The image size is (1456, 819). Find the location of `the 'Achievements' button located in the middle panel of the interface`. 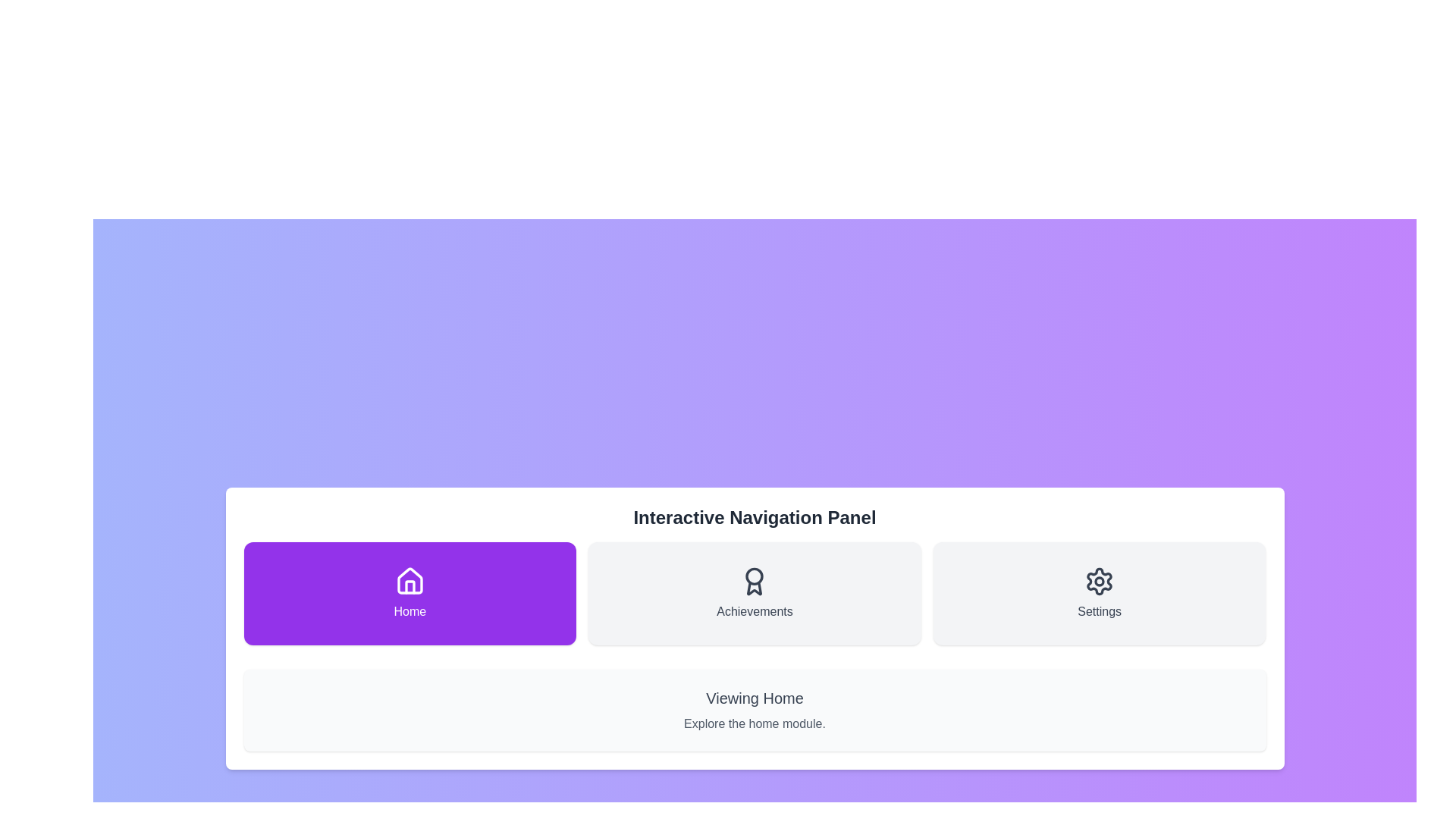

the 'Achievements' button located in the middle panel of the interface is located at coordinates (755, 593).